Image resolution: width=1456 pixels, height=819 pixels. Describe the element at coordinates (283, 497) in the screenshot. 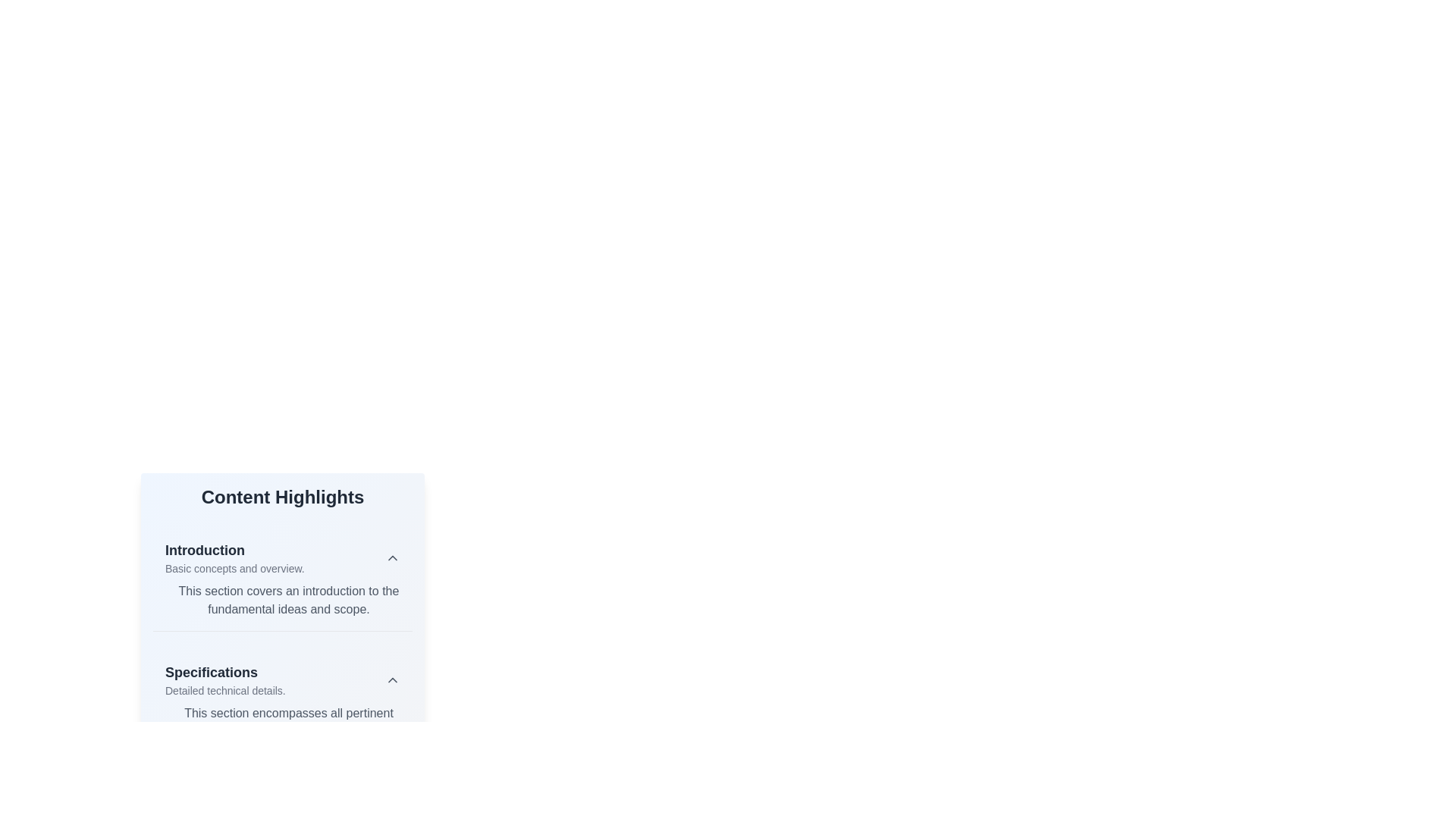

I see `title text 'Content Highlights' that is styled in bold and positioned at the top of its section, centrally aligned and in dark gray color` at that location.